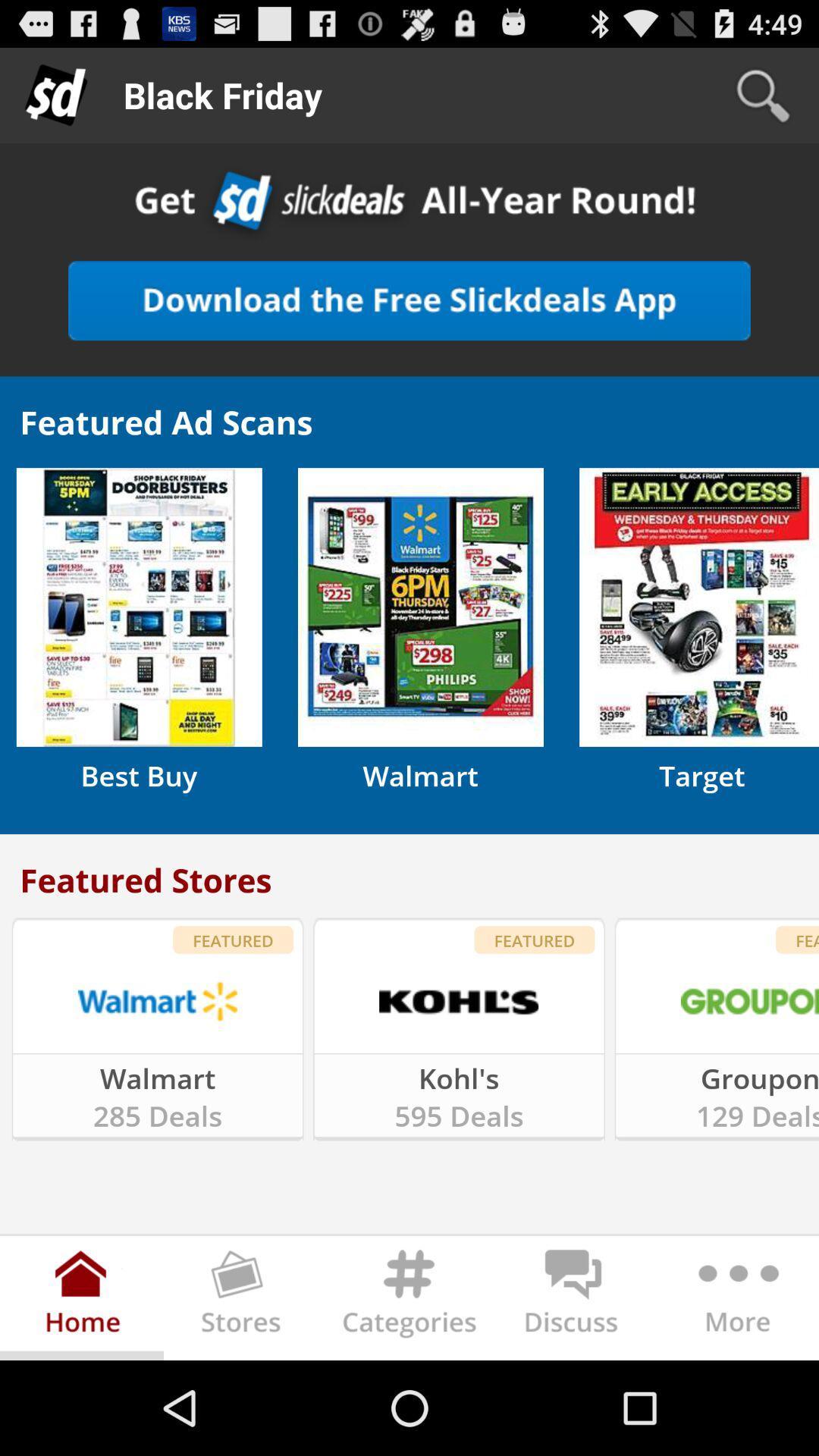 This screenshot has height=1456, width=819. What do you see at coordinates (245, 1392) in the screenshot?
I see `the date_range icon` at bounding box center [245, 1392].